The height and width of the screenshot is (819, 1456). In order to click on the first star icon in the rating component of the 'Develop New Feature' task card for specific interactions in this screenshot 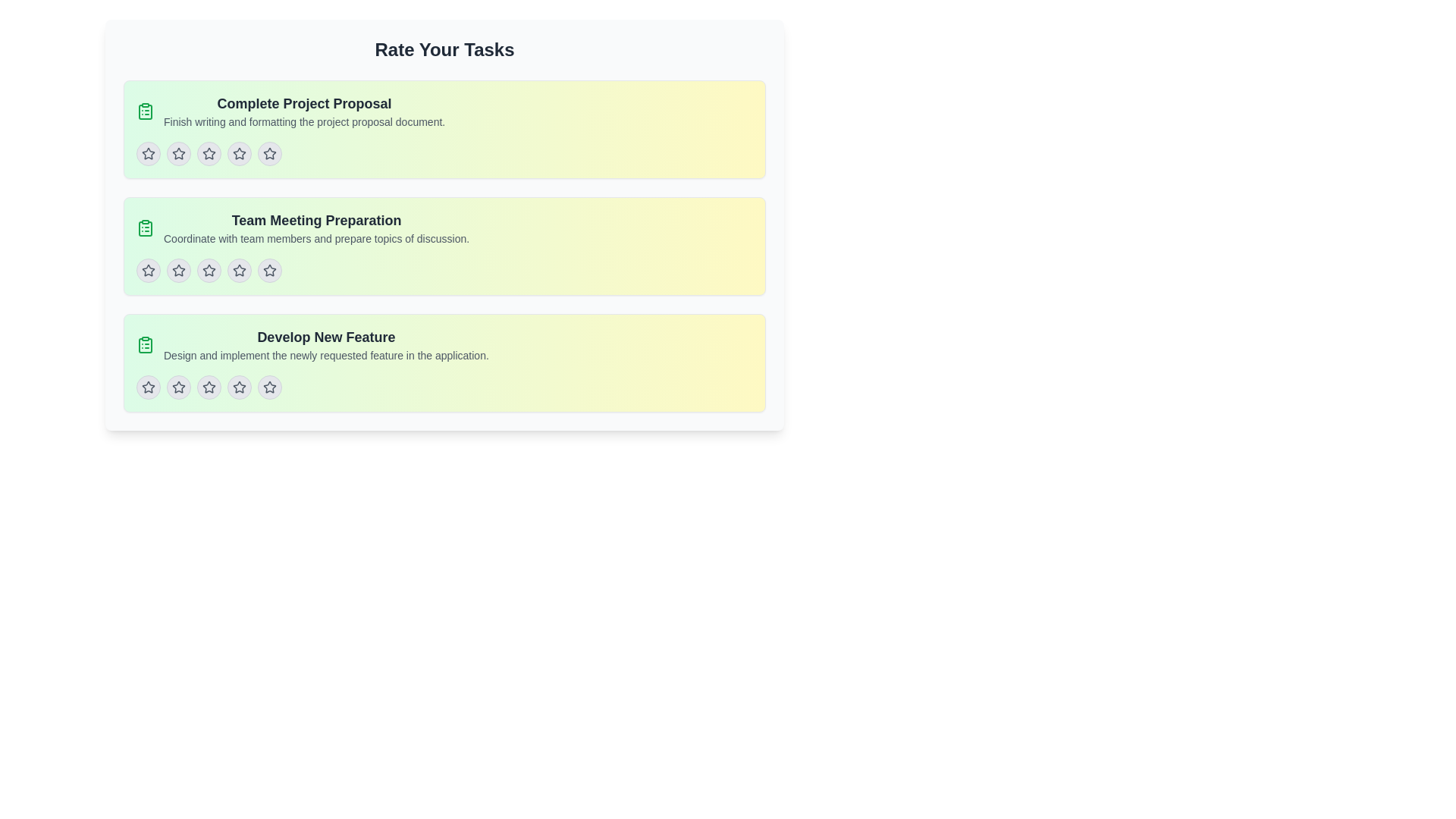, I will do `click(149, 386)`.